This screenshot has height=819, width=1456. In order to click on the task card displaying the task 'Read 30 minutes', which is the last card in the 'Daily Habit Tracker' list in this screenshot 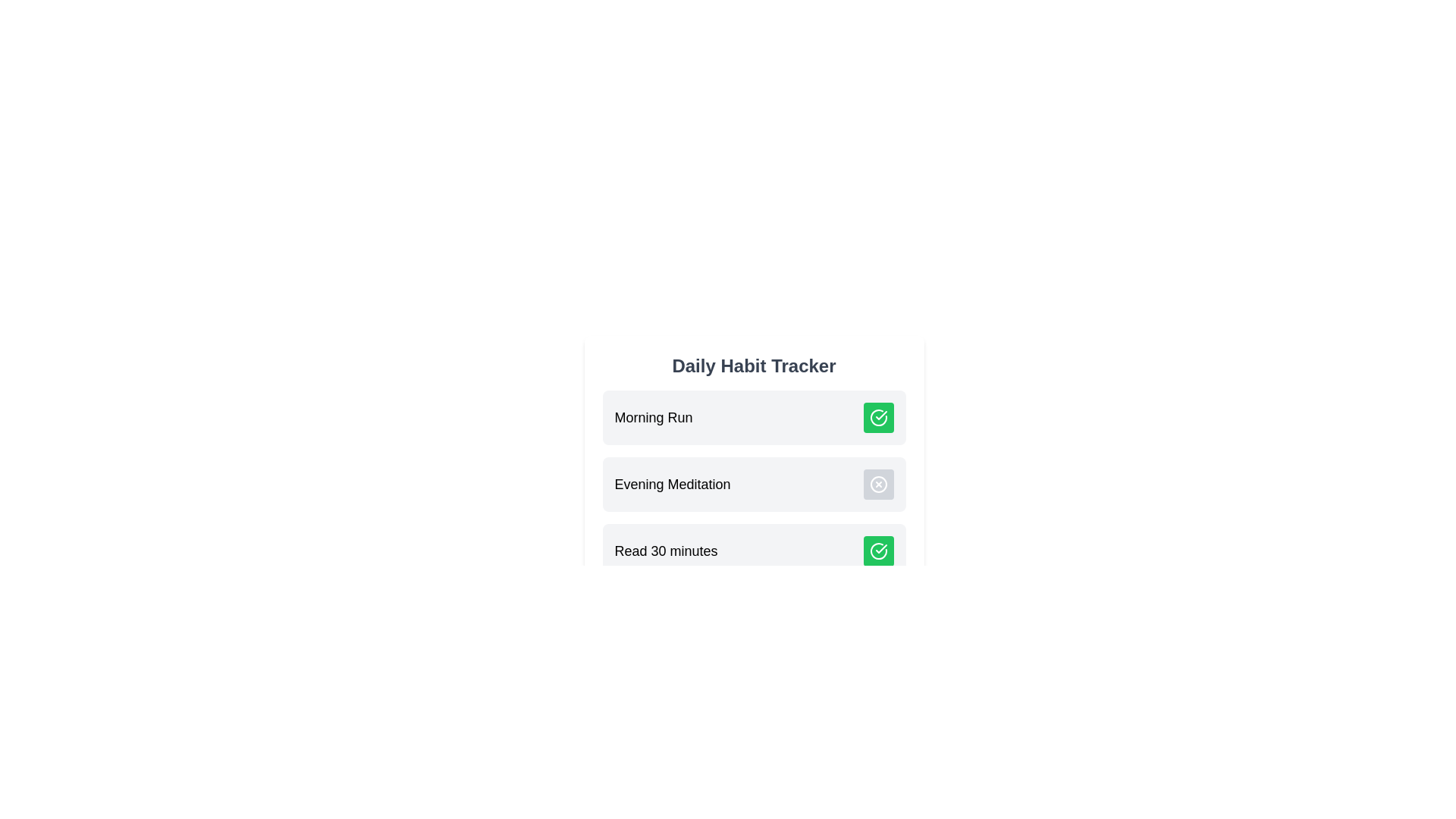, I will do `click(754, 551)`.